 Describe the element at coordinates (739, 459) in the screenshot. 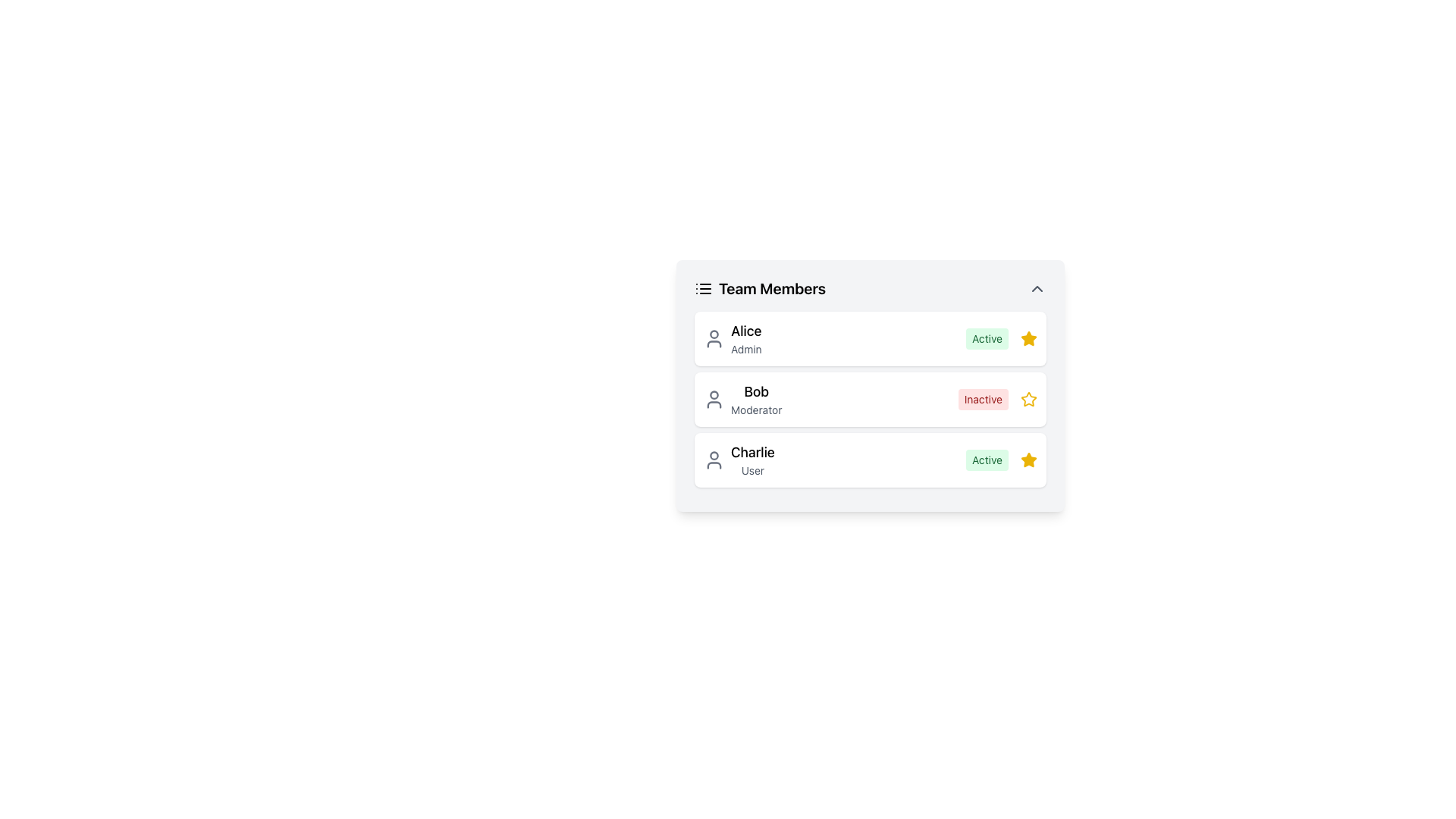

I see `the third Profile Display element in the vertical list under the 'Team Members' header` at that location.